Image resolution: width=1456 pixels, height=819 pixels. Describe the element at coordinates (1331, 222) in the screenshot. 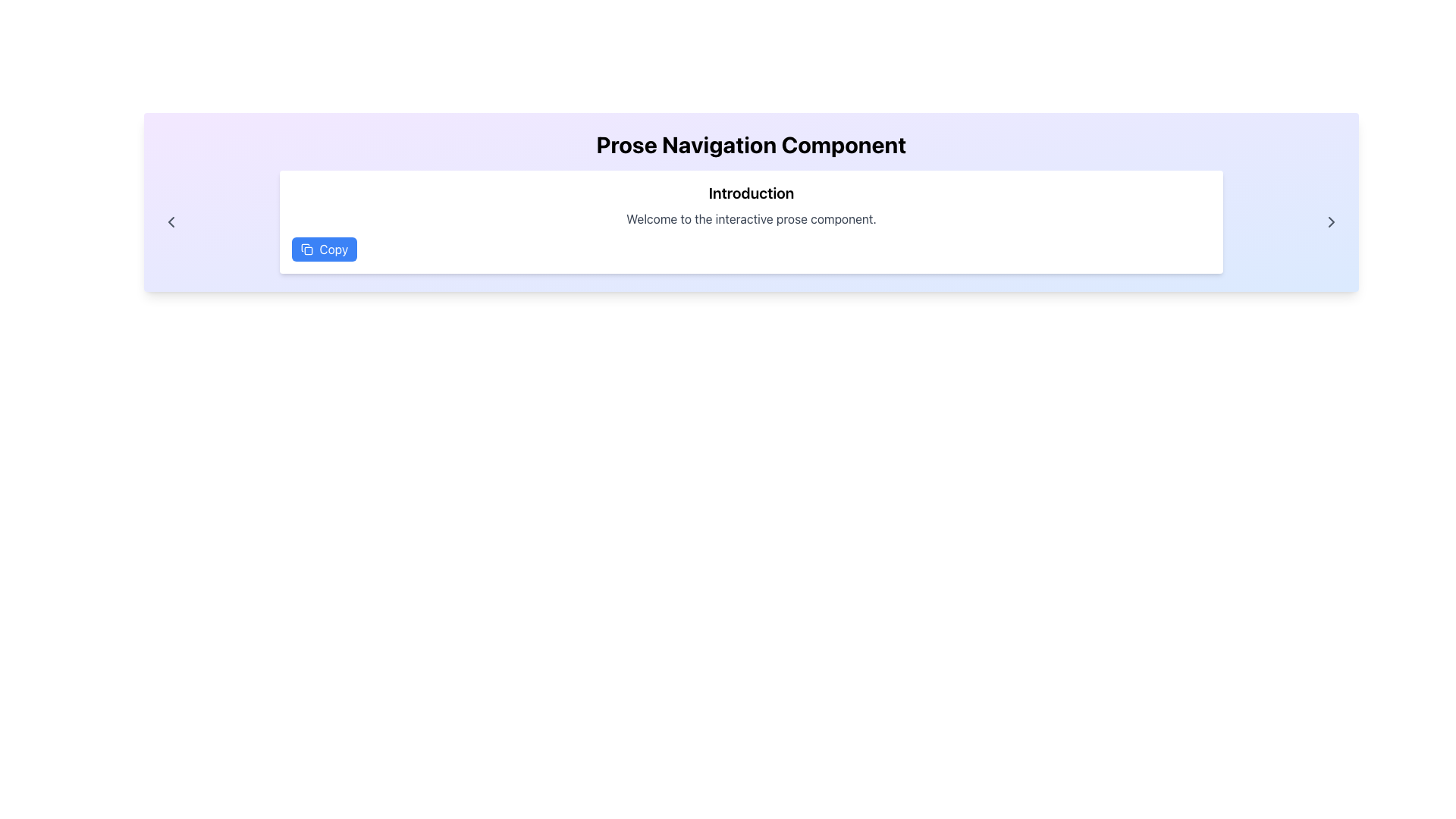

I see `the right-facing arrow button with a thin, outlined chevron style located at the far right end of the layout to proceed to the next page` at that location.